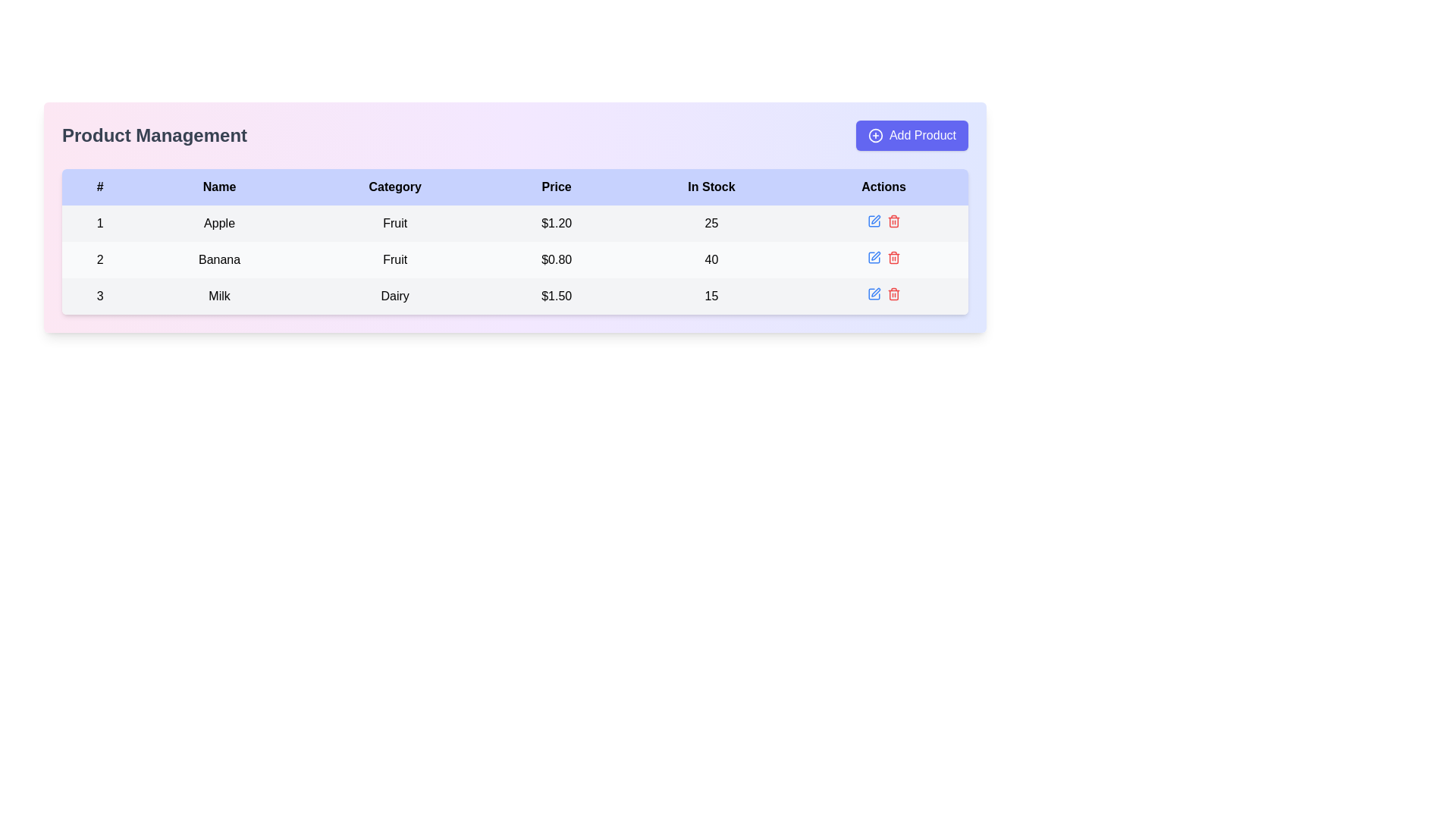  What do you see at coordinates (875, 134) in the screenshot?
I see `the circular 'Add Product' icon located to the left of the 'Add Product' button at the top-right corner of the interface to interact with the button` at bounding box center [875, 134].